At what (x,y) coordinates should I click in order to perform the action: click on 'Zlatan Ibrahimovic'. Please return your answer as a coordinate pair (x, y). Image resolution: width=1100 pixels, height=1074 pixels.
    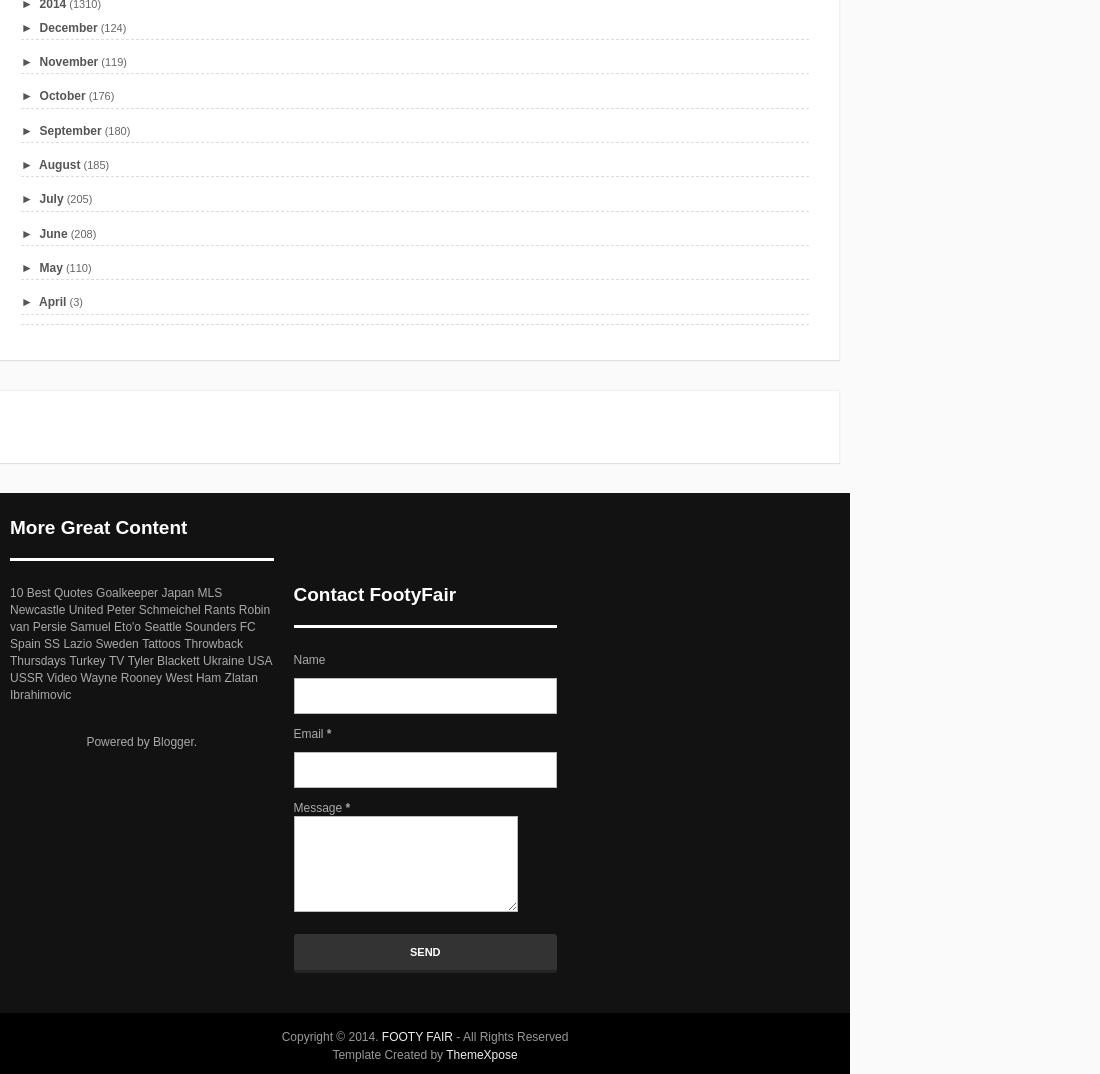
    Looking at the image, I should click on (133, 684).